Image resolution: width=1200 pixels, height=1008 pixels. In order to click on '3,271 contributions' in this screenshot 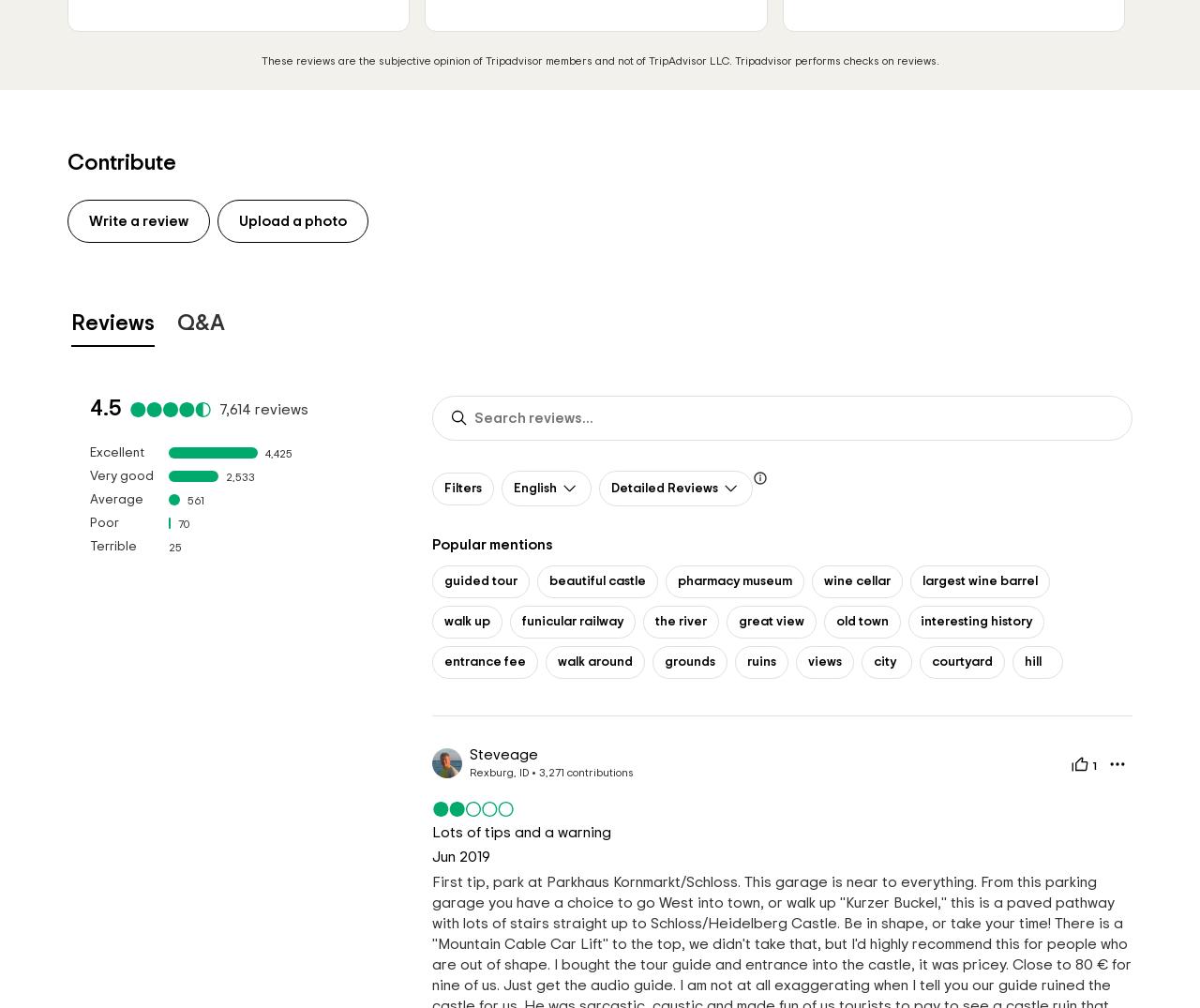, I will do `click(585, 771)`.